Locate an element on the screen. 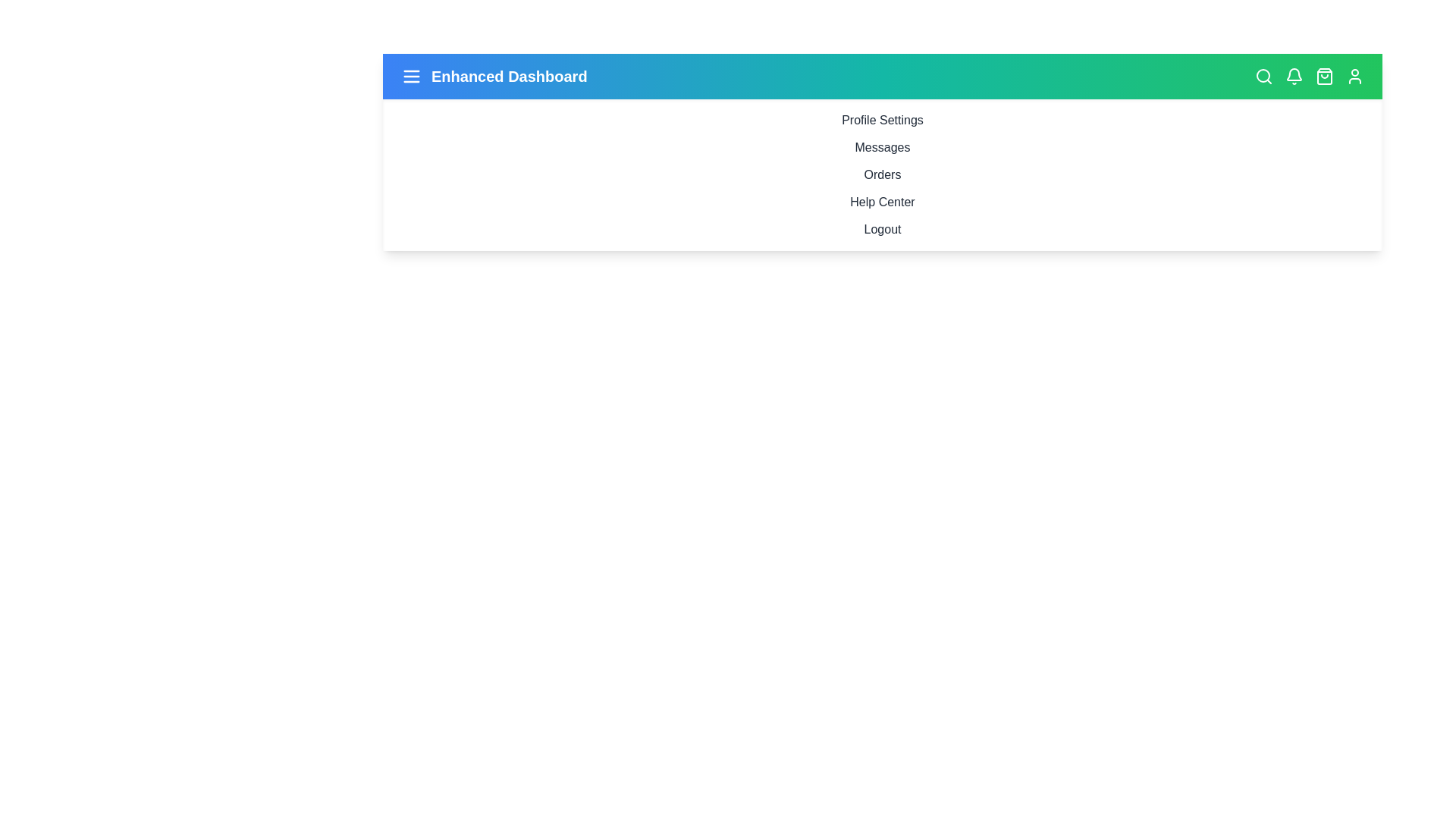 The image size is (1456, 819). the sidebar menu item Orders is located at coordinates (882, 174).